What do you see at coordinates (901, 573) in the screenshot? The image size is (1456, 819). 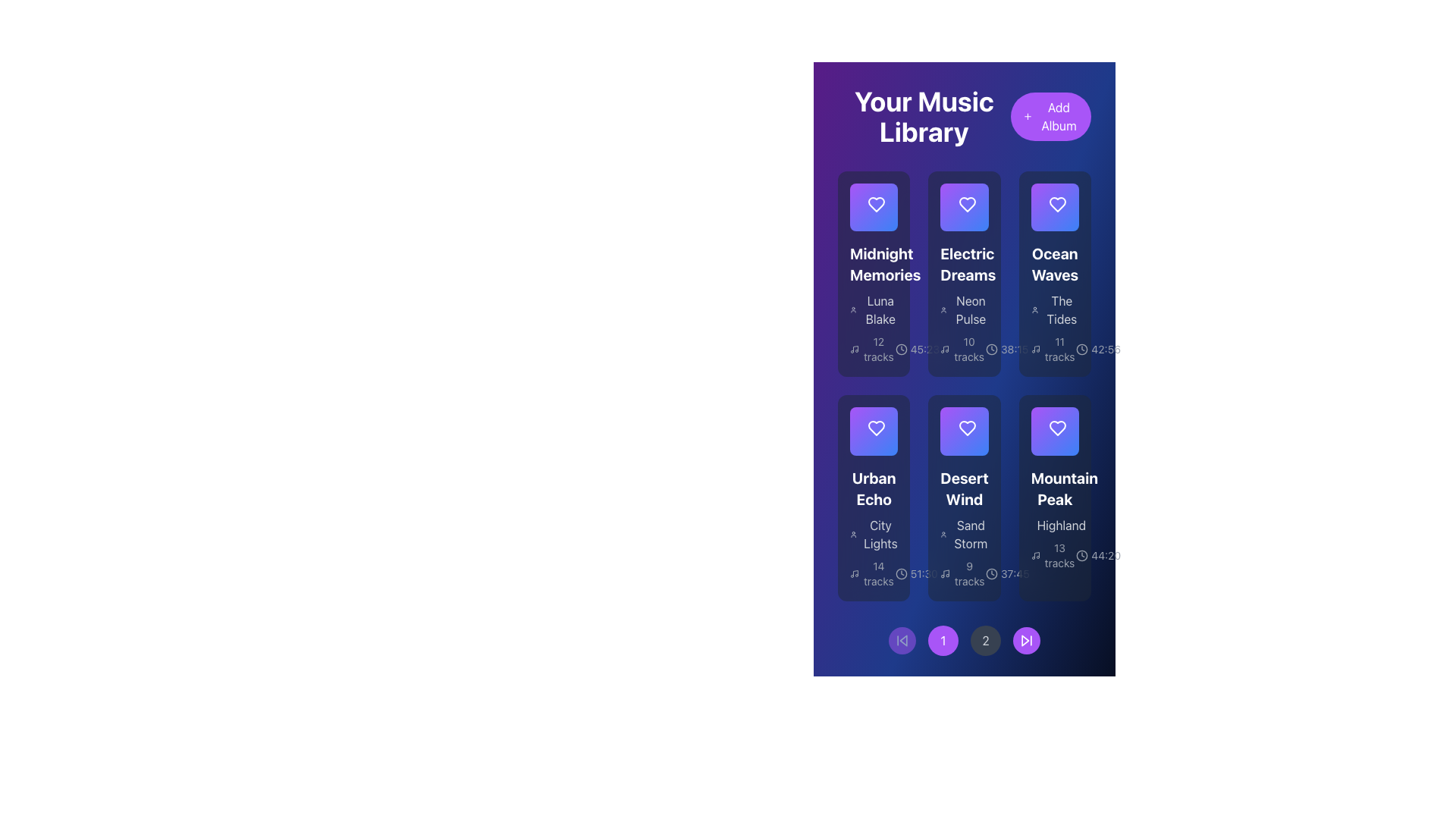 I see `the Clock icon located at the bottom of the 'Urban Echo' card, positioned below the '14 tracks' text and next to the '51:30' duration indicator` at bounding box center [901, 573].